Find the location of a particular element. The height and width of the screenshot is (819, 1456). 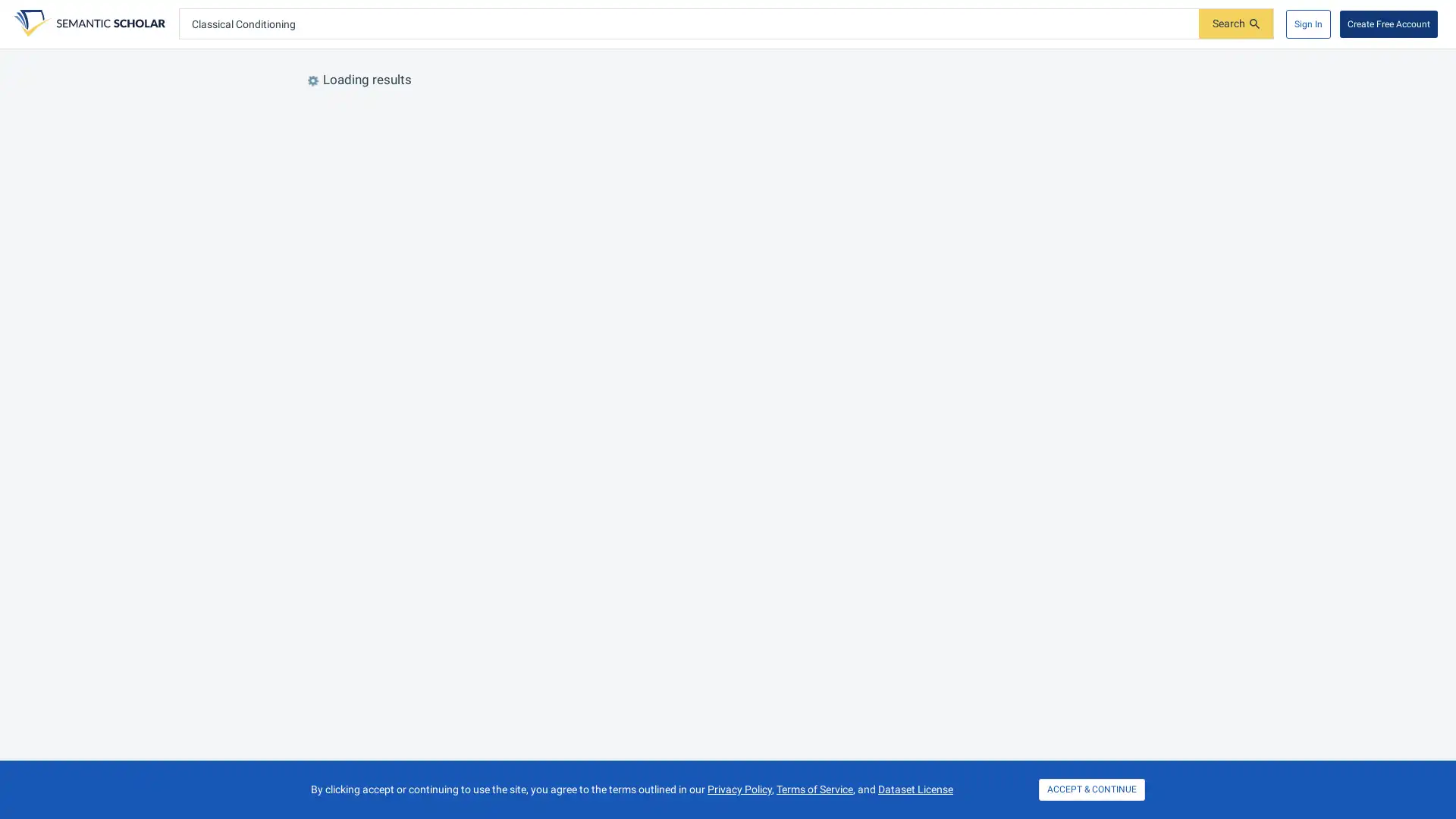

compact search results view is located at coordinates (1140, 119).